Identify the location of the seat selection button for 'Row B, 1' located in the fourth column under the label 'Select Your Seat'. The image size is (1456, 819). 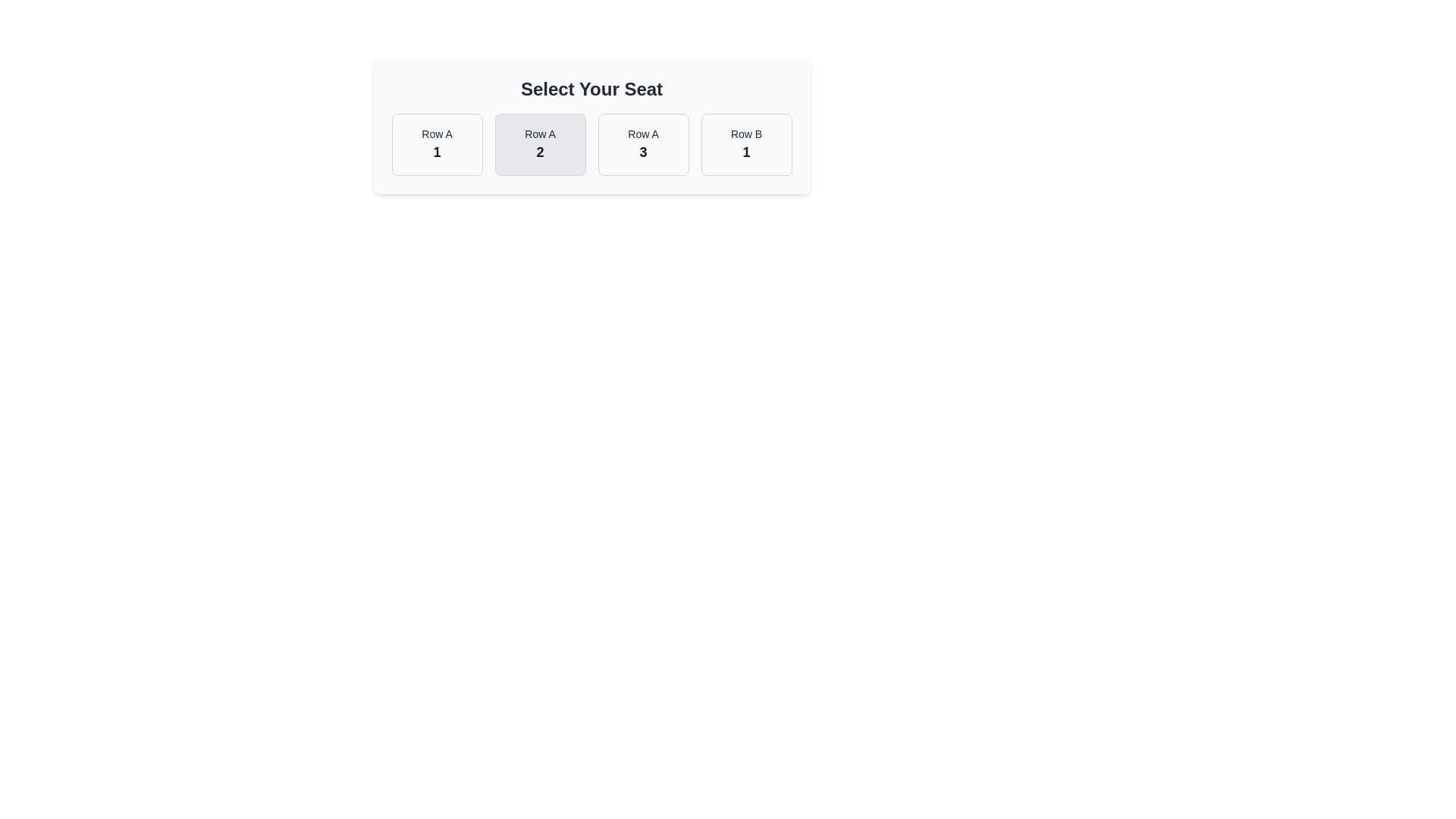
(746, 145).